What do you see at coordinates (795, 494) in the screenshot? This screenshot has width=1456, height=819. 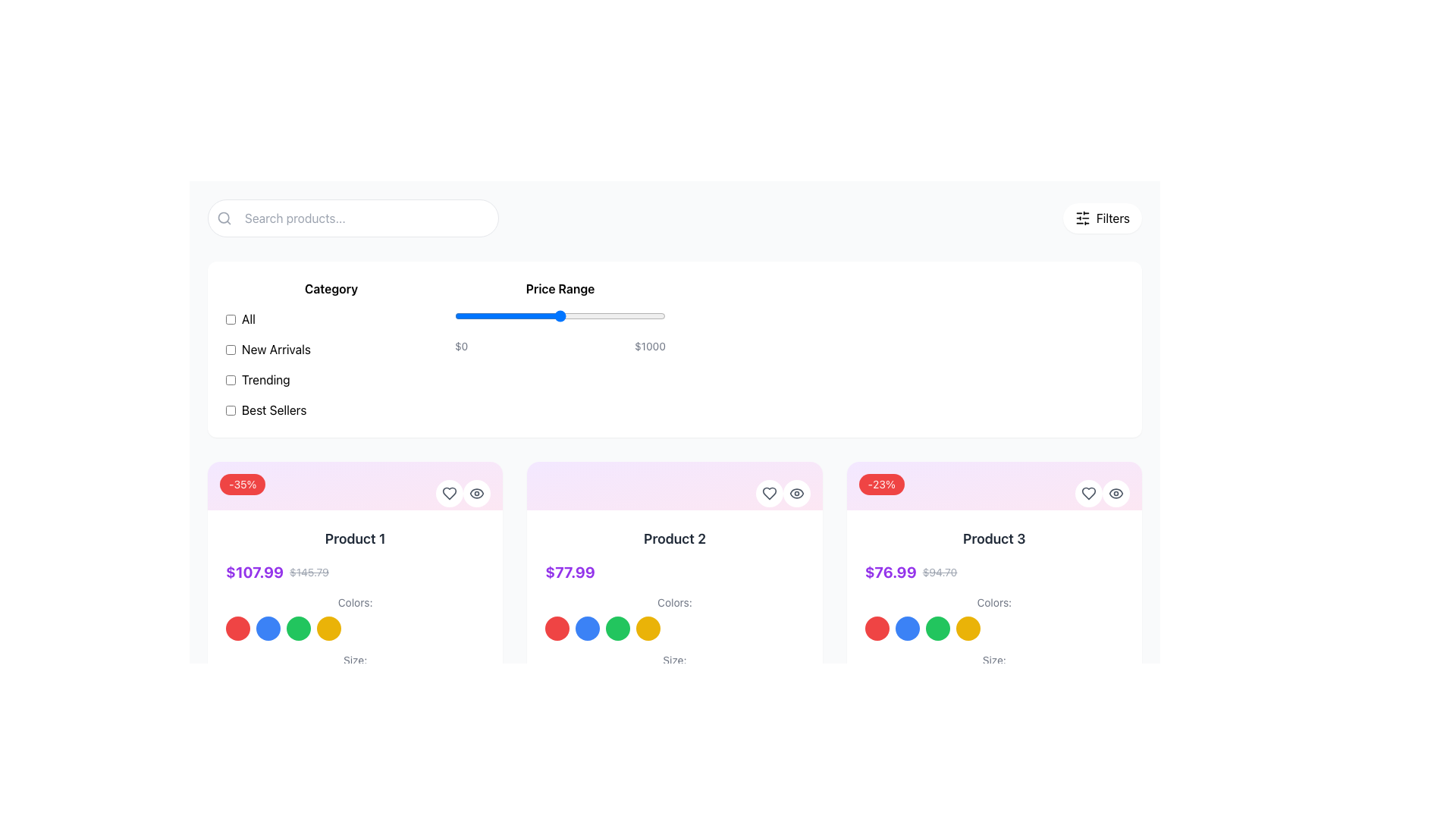 I see `the button located in the top-right corner of the card for 'Product 2'` at bounding box center [795, 494].